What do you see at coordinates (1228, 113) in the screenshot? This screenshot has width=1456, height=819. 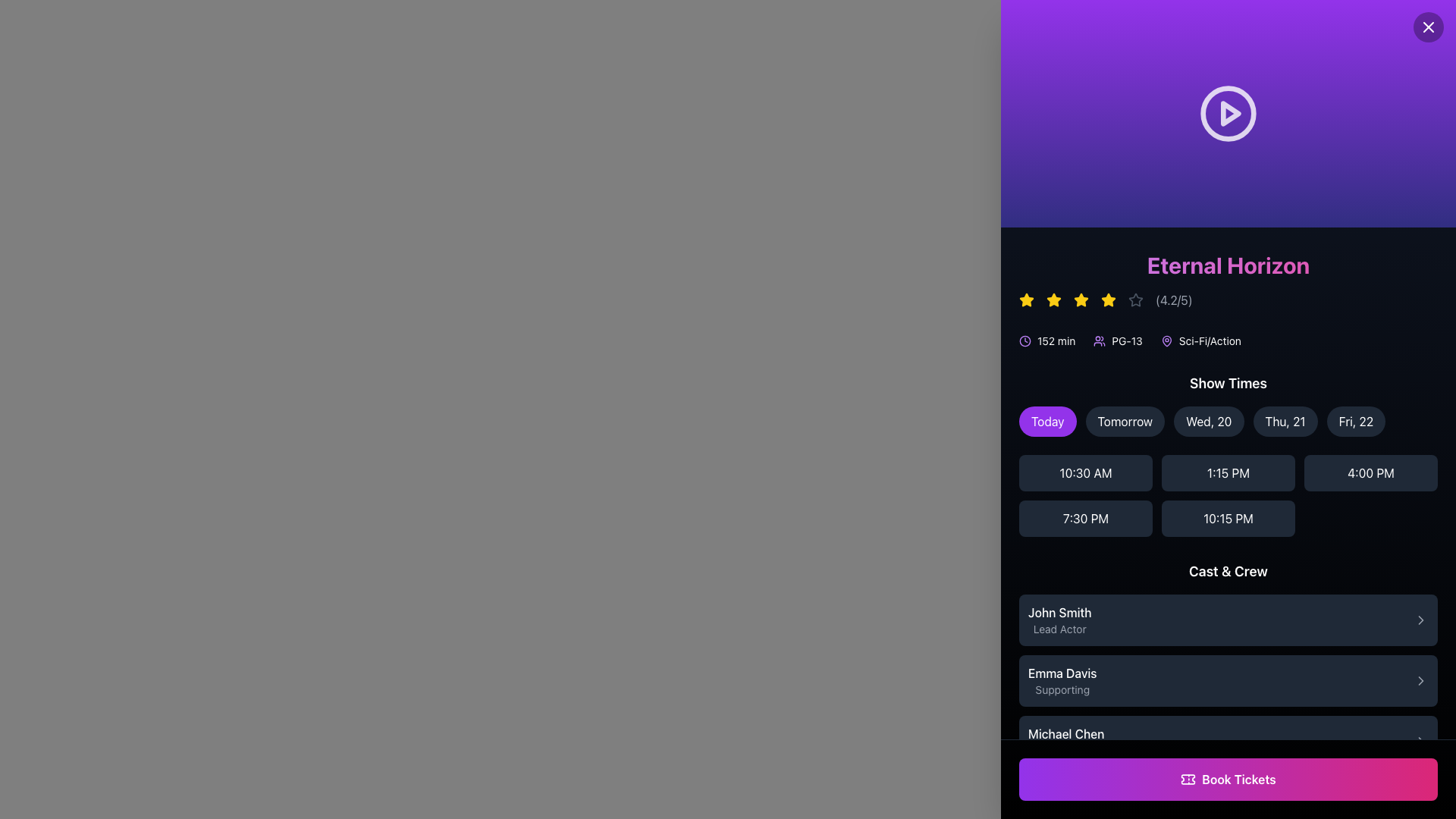 I see `the play button located centrally within the purple header area above the title 'Eternal Horizon'` at bounding box center [1228, 113].